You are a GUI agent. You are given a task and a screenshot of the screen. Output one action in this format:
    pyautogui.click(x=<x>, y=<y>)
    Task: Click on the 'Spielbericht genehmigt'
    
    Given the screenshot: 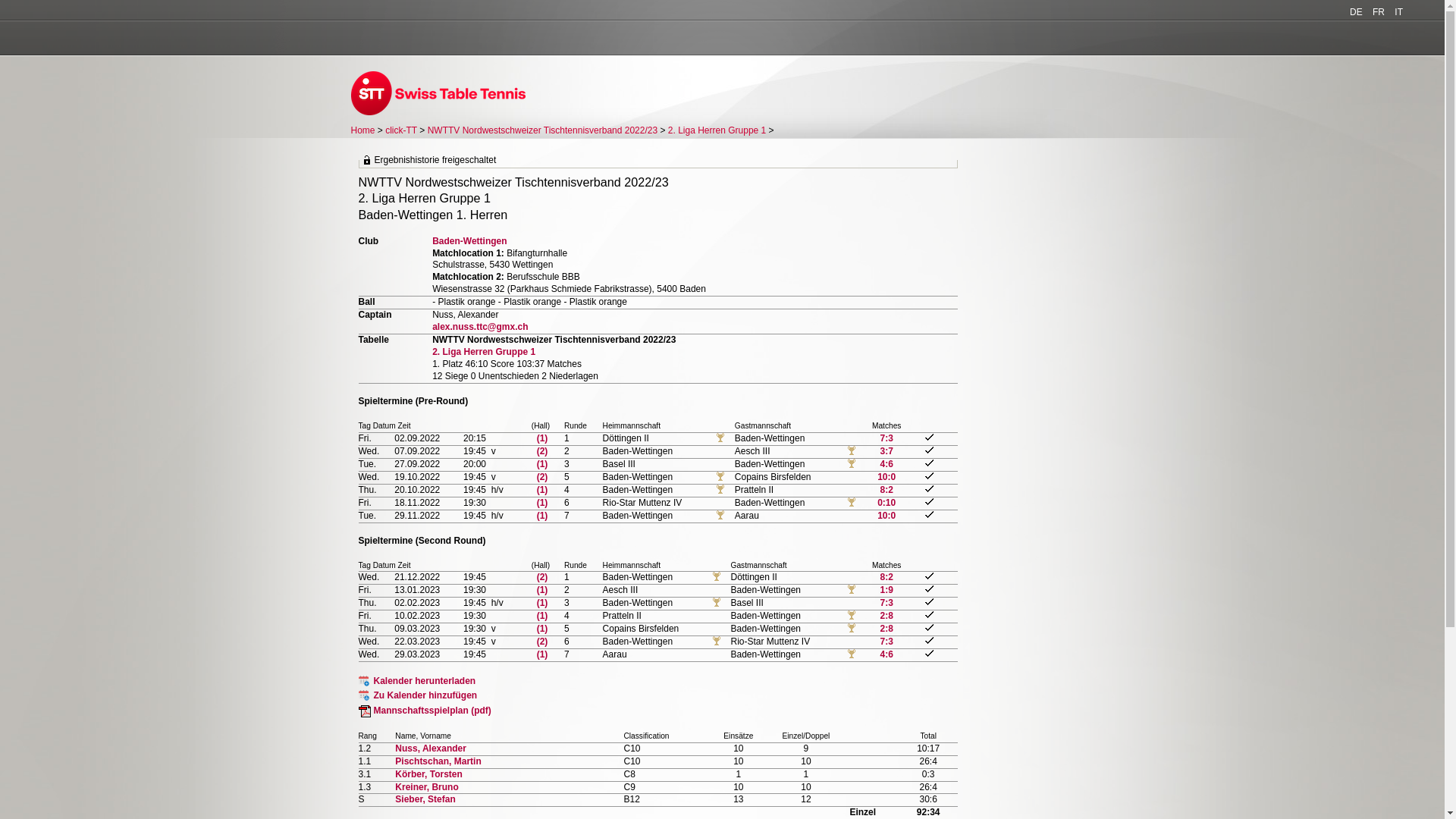 What is the action you would take?
    pyautogui.click(x=928, y=501)
    